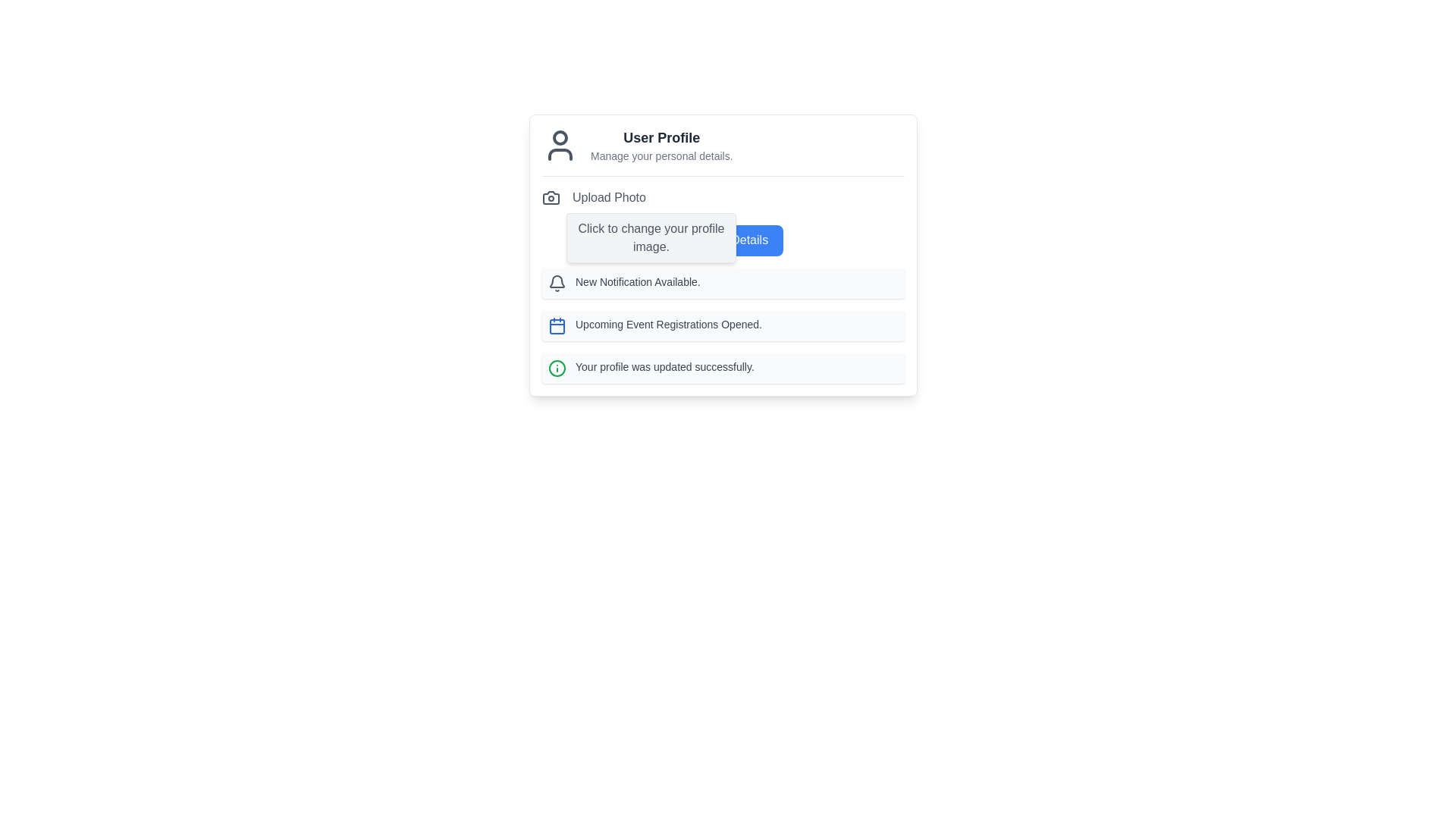  I want to click on the informational static text element located within the user profile section, positioned to the right of the blue calendar icon, so click(668, 325).